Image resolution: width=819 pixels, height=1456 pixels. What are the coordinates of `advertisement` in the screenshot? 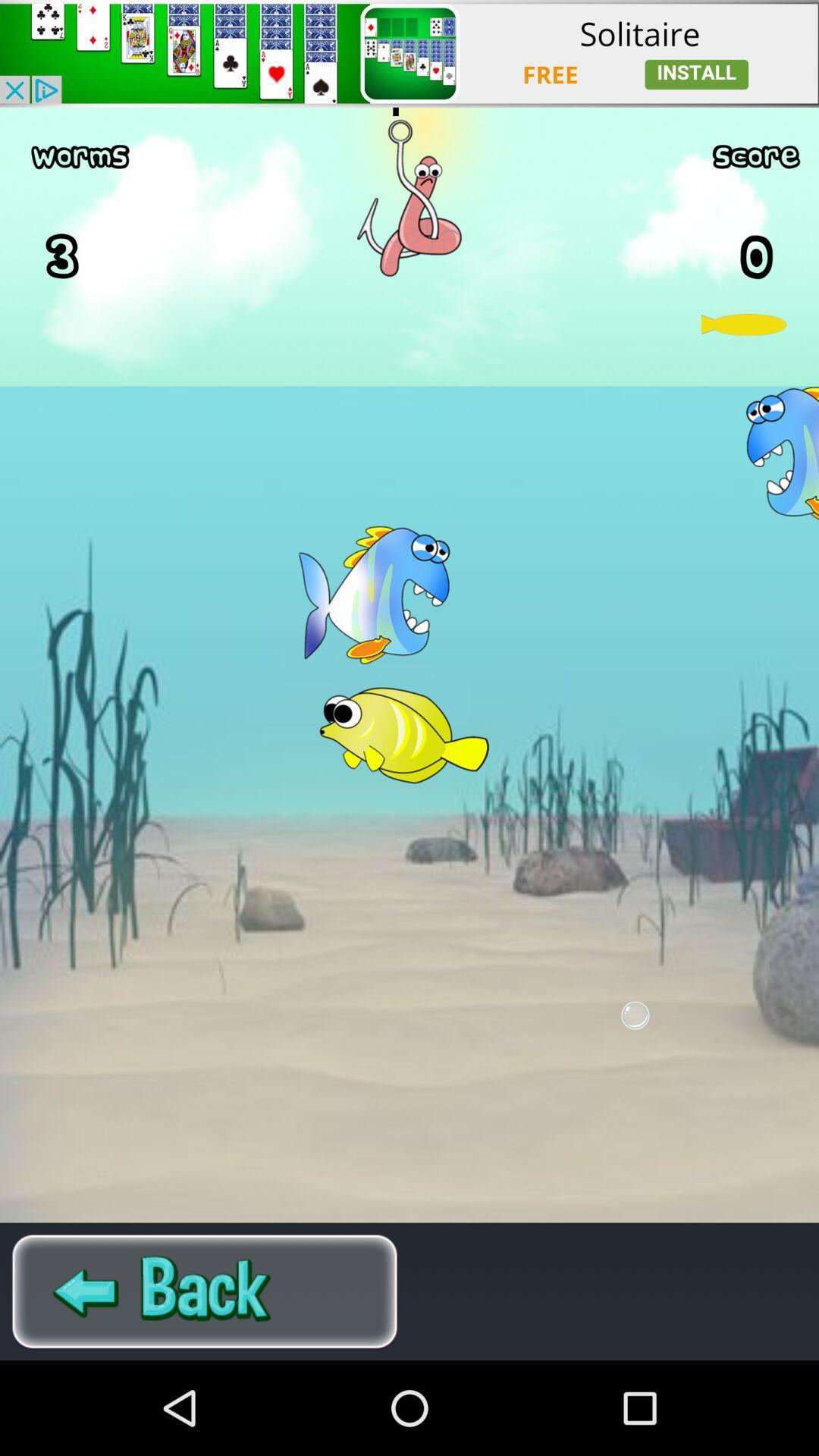 It's located at (409, 53).